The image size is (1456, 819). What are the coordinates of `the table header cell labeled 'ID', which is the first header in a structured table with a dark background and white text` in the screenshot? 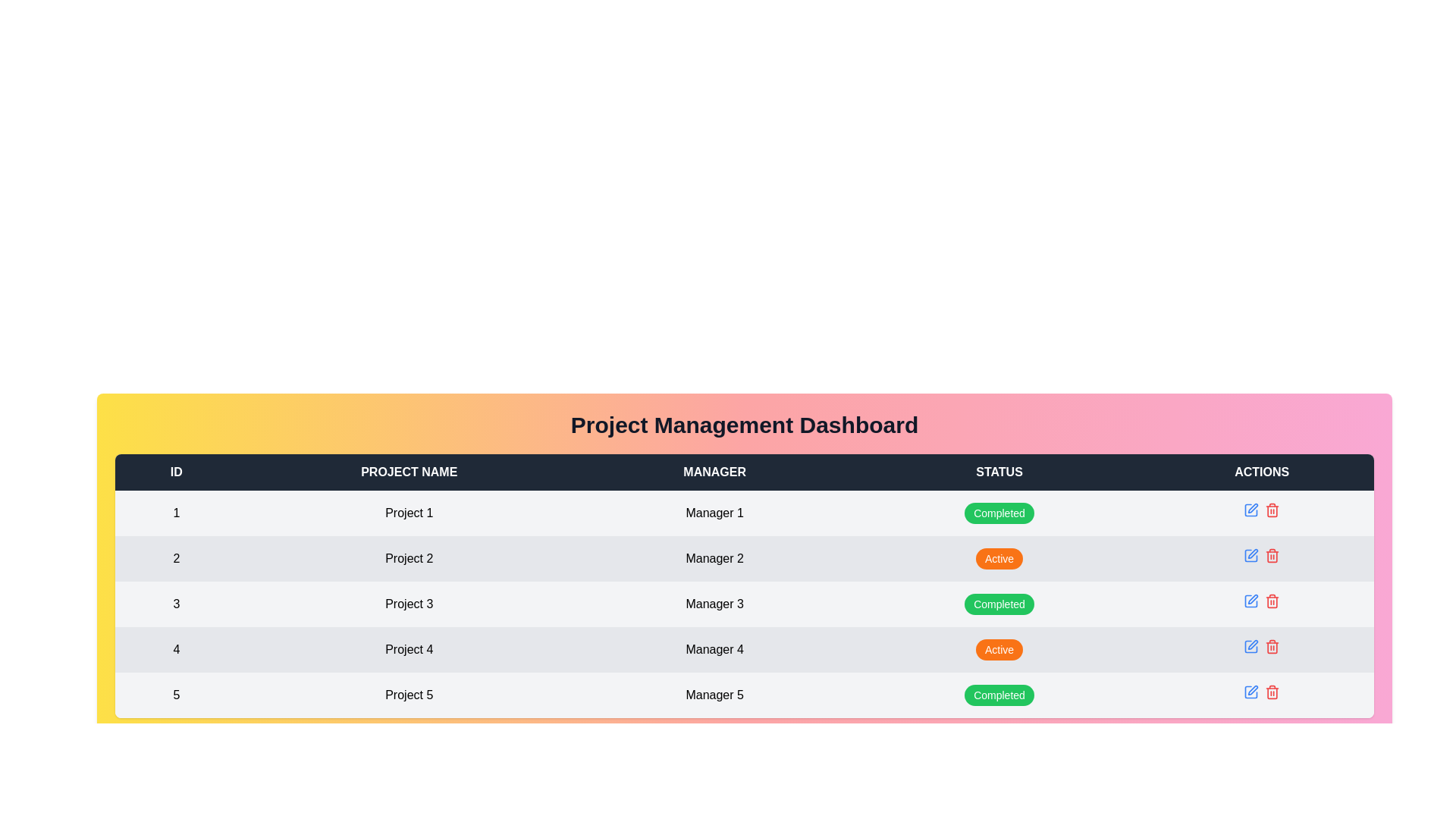 It's located at (176, 472).